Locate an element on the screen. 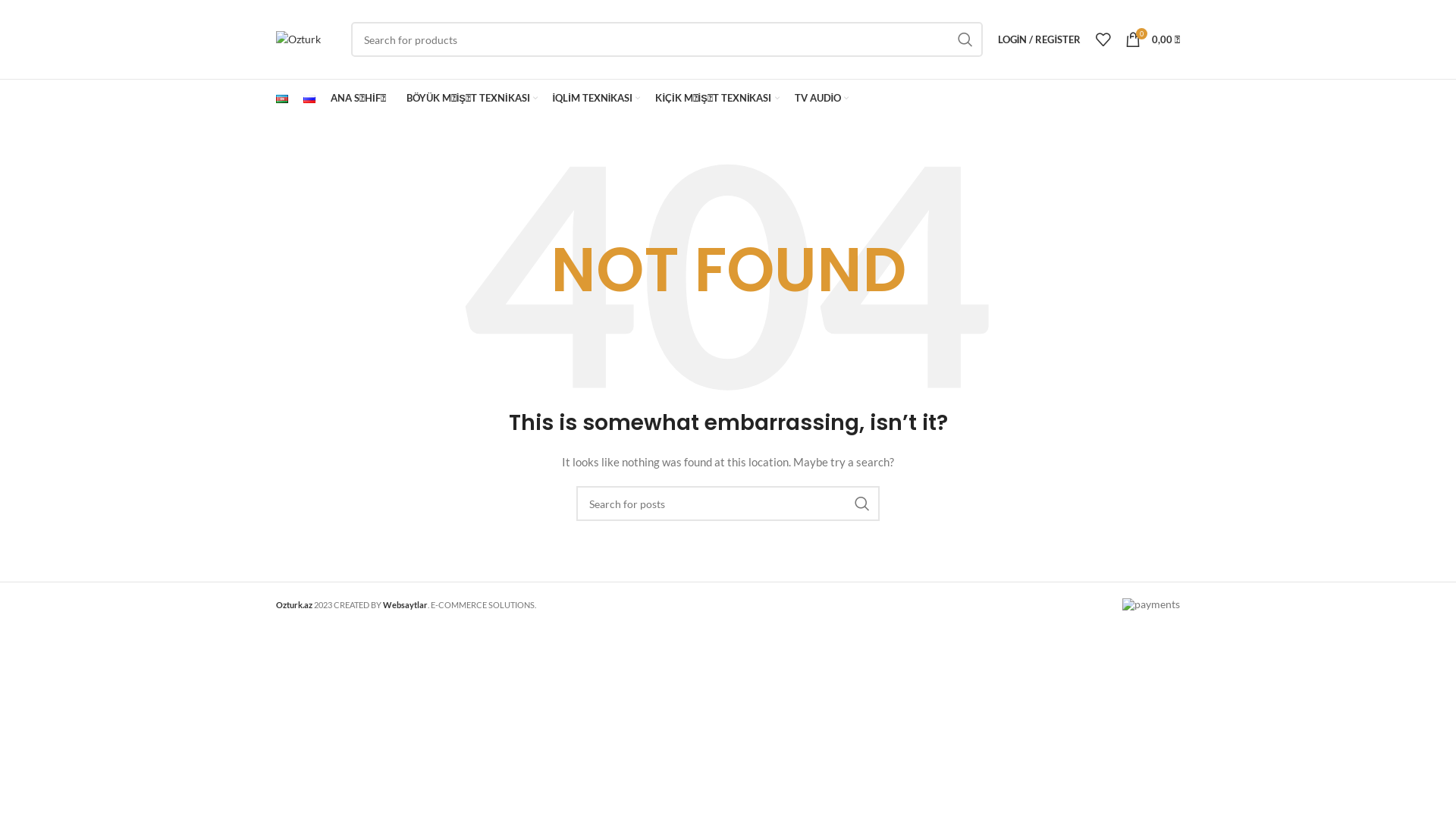 This screenshot has height=819, width=1456. 'Log in' is located at coordinates (954, 281).